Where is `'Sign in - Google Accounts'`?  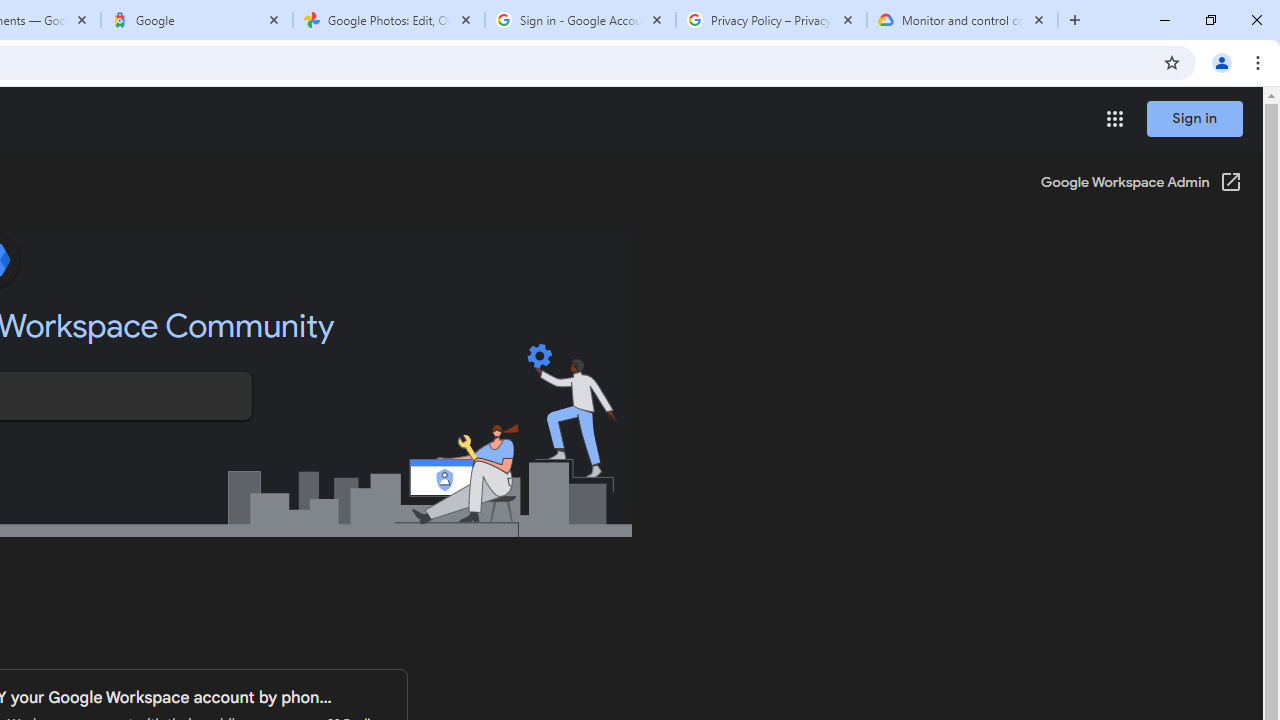
'Sign in - Google Accounts' is located at coordinates (579, 20).